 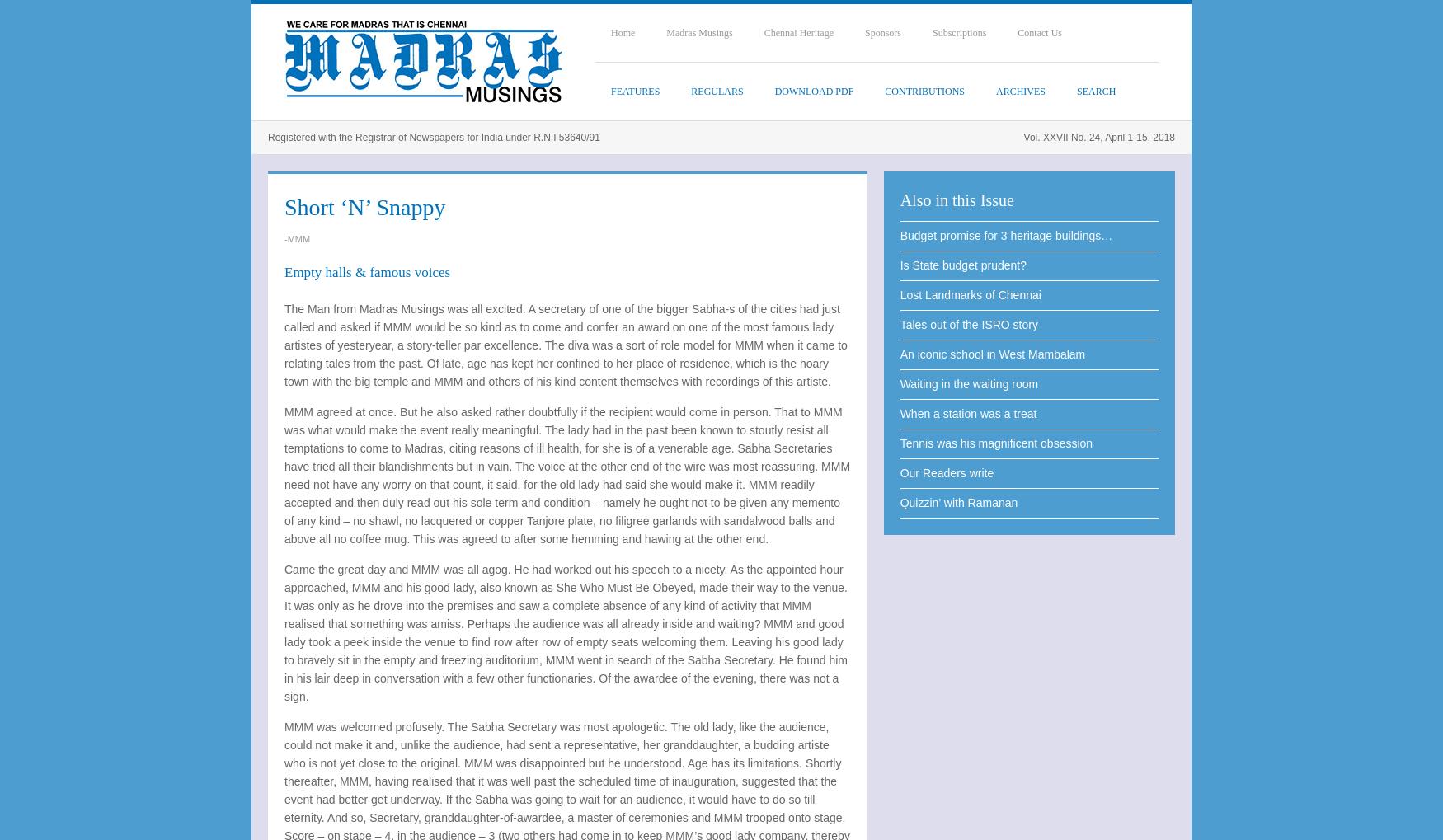 I want to click on 'Our Readers write', so click(x=946, y=472).